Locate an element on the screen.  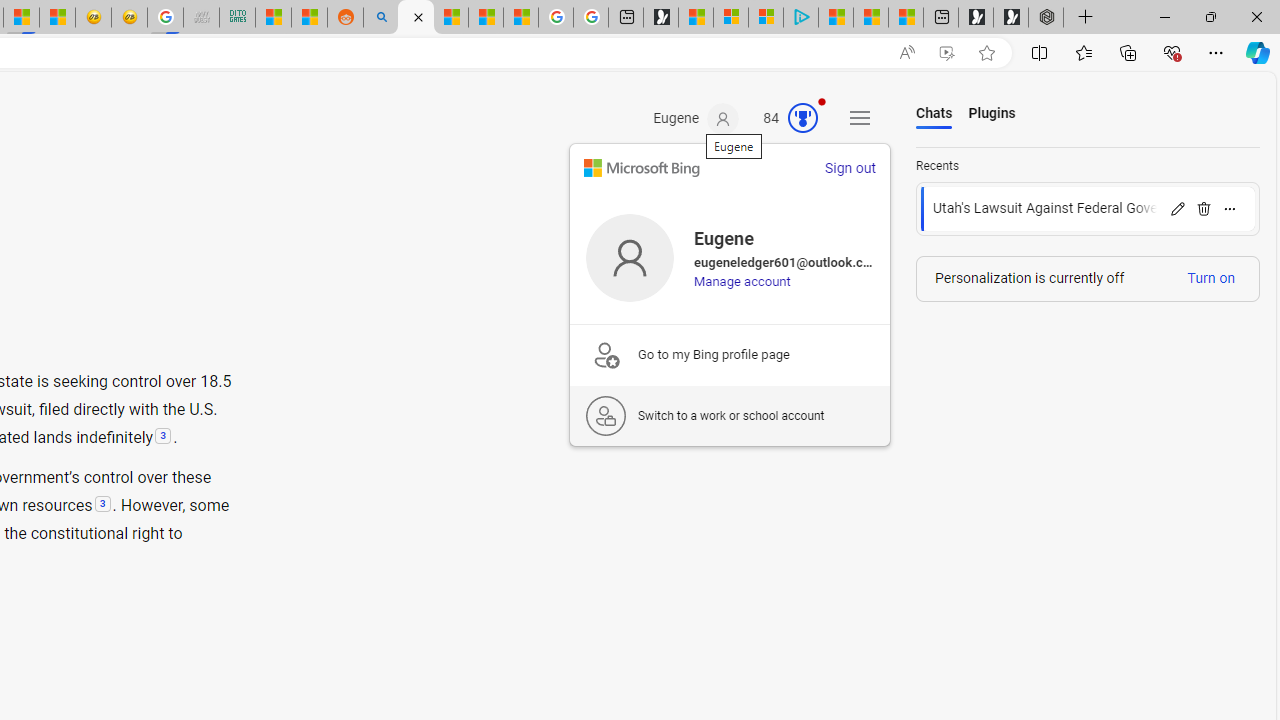
'Animation' is located at coordinates (821, 101).